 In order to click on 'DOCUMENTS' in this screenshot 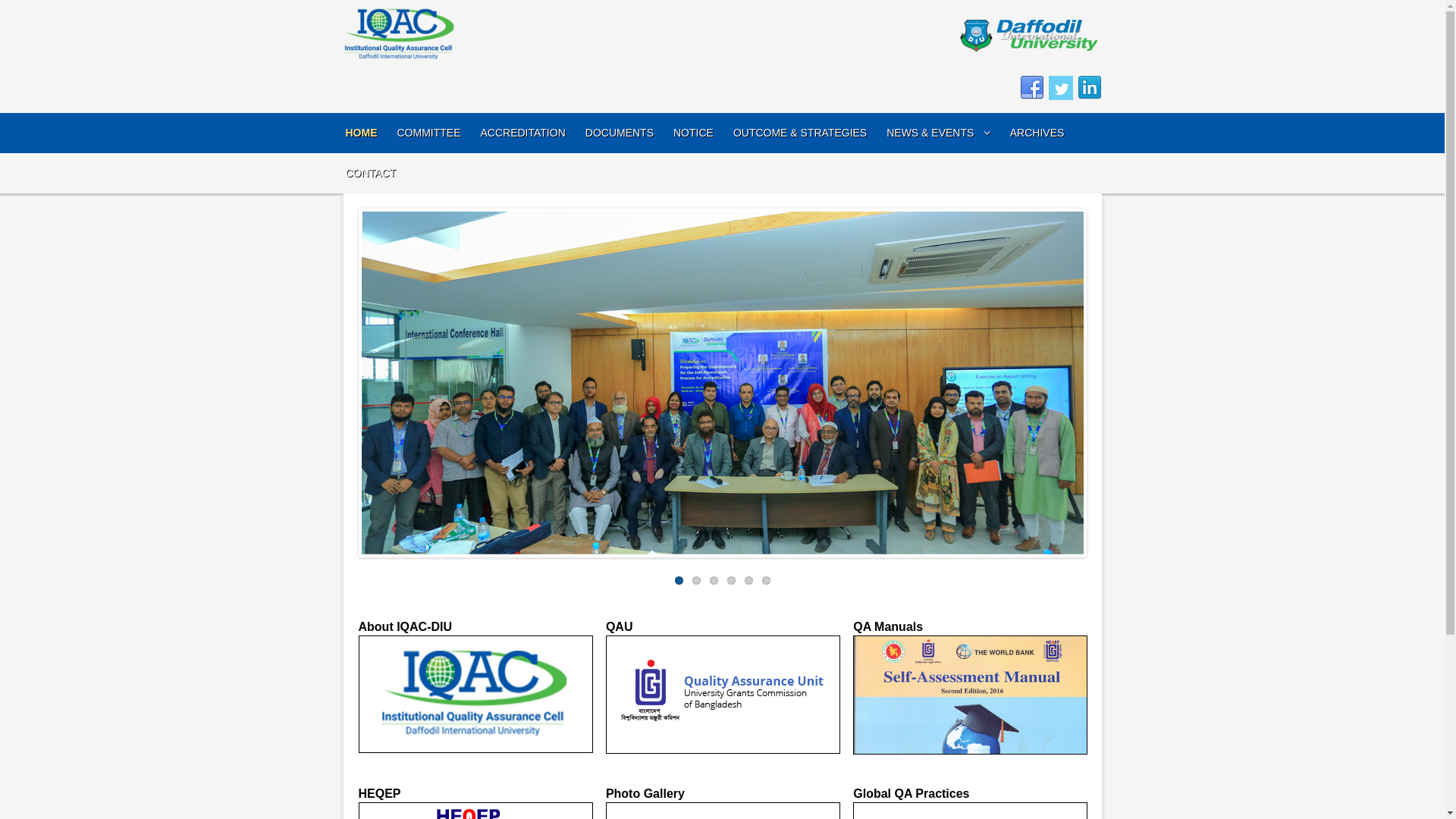, I will do `click(585, 132)`.